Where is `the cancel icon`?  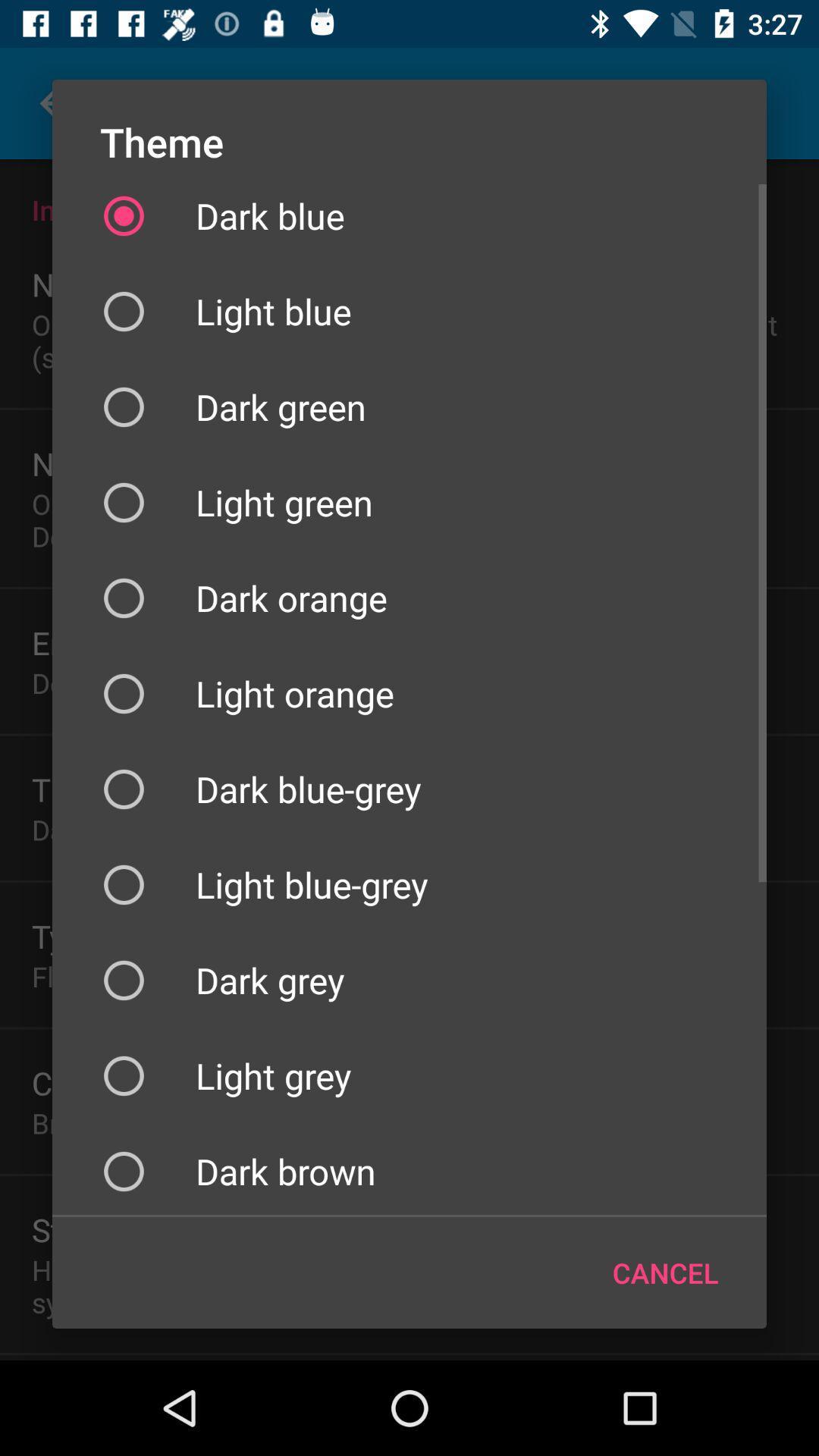 the cancel icon is located at coordinates (664, 1272).